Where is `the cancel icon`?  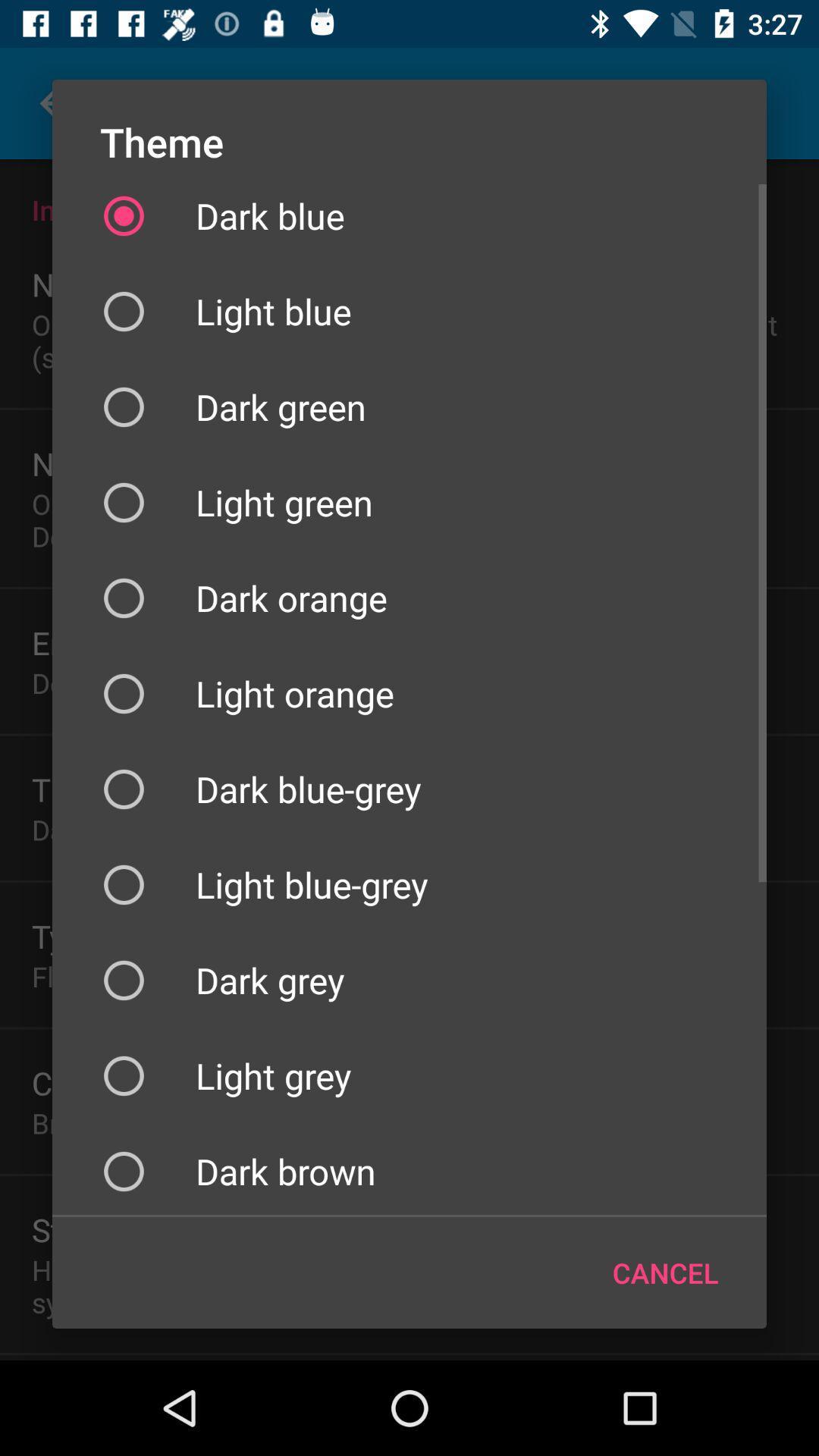 the cancel icon is located at coordinates (664, 1272).